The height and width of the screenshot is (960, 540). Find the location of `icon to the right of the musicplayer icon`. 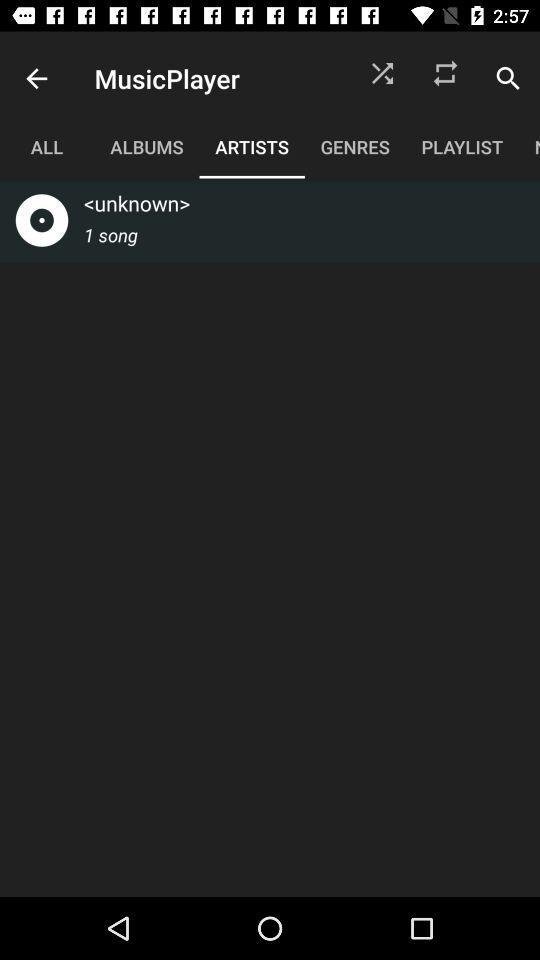

icon to the right of the musicplayer icon is located at coordinates (382, 78).